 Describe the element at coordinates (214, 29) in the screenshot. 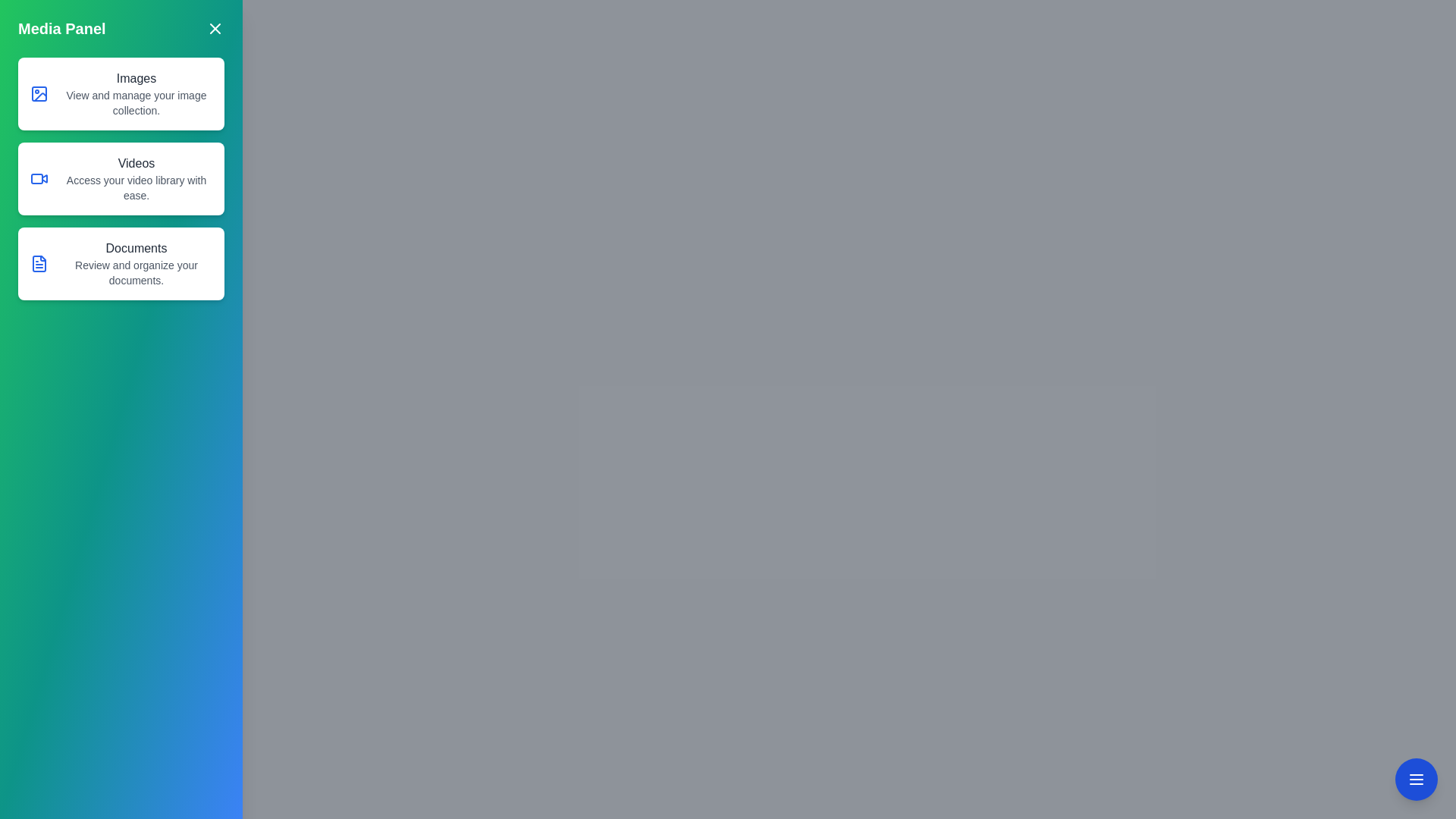

I see `the Close/Clear icon located in the top-right corner of the green 'Media Panel'` at that location.